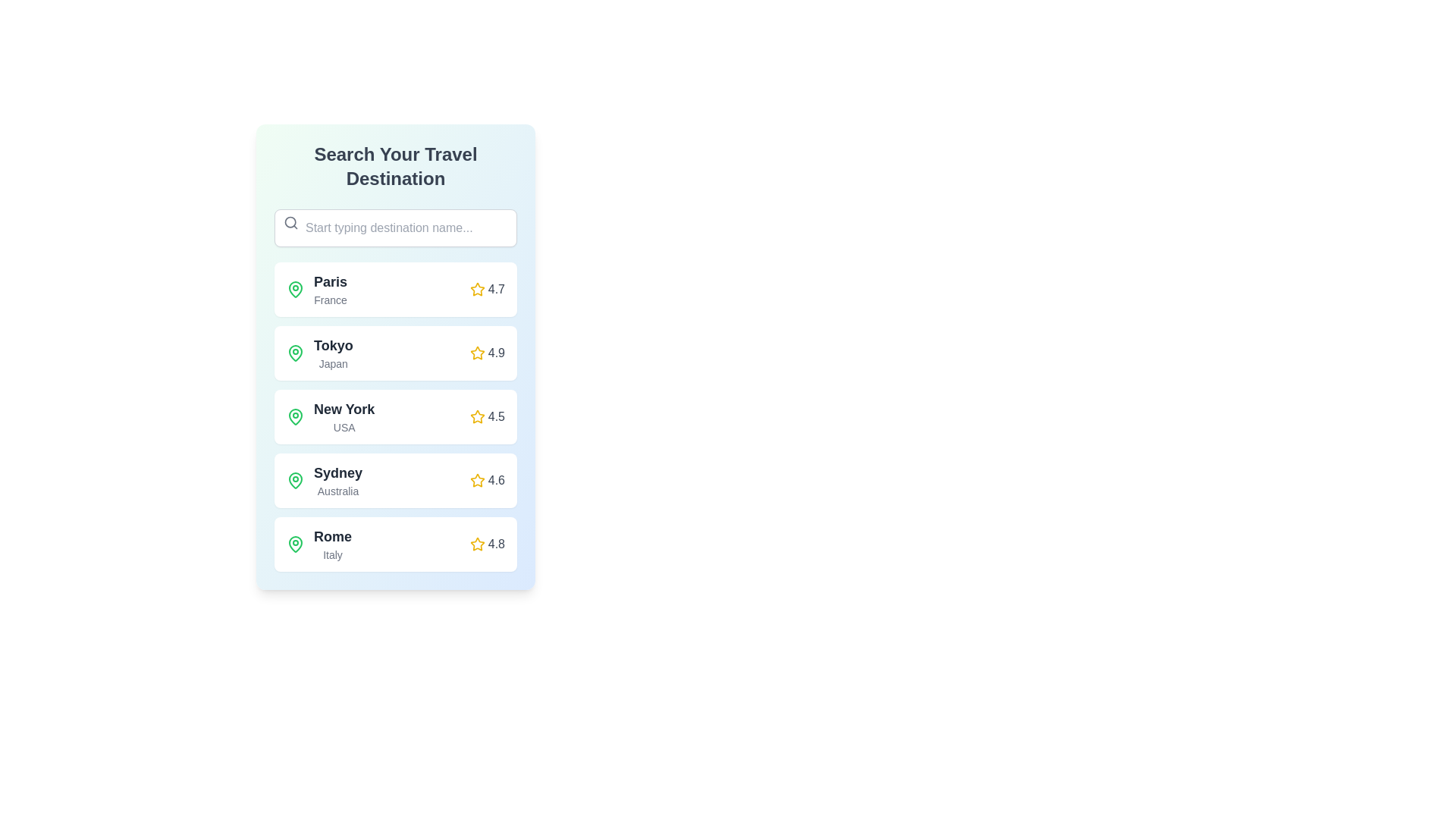 The height and width of the screenshot is (819, 1456). What do you see at coordinates (344, 417) in the screenshot?
I see `the static text element that displays 'New York' in bold and larger font, and 'USA' in smaller gray font, located in the third item of a vertically aligned list in the sidebar` at bounding box center [344, 417].